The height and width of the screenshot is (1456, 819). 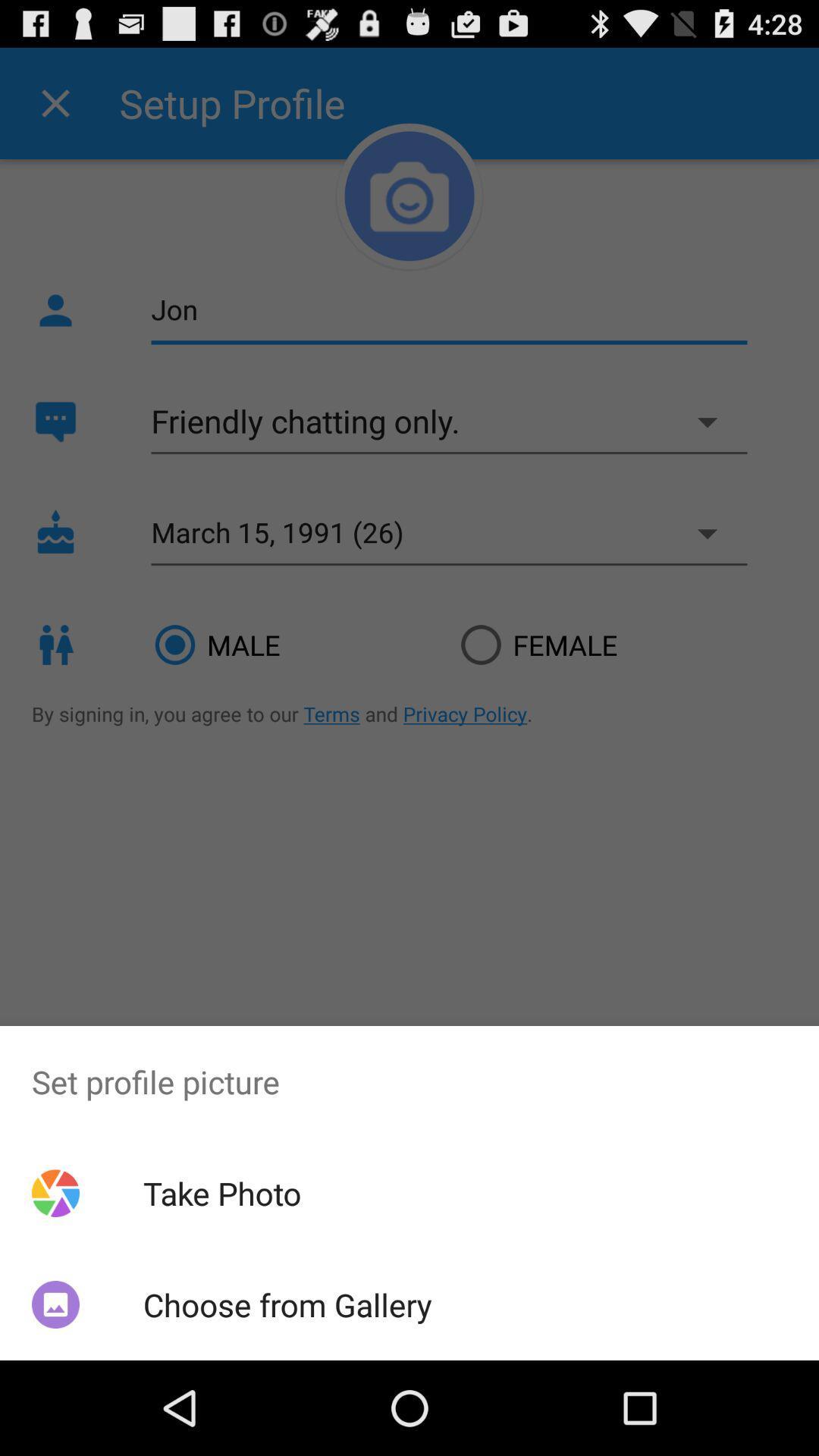 I want to click on icon at the center, so click(x=409, y=703).